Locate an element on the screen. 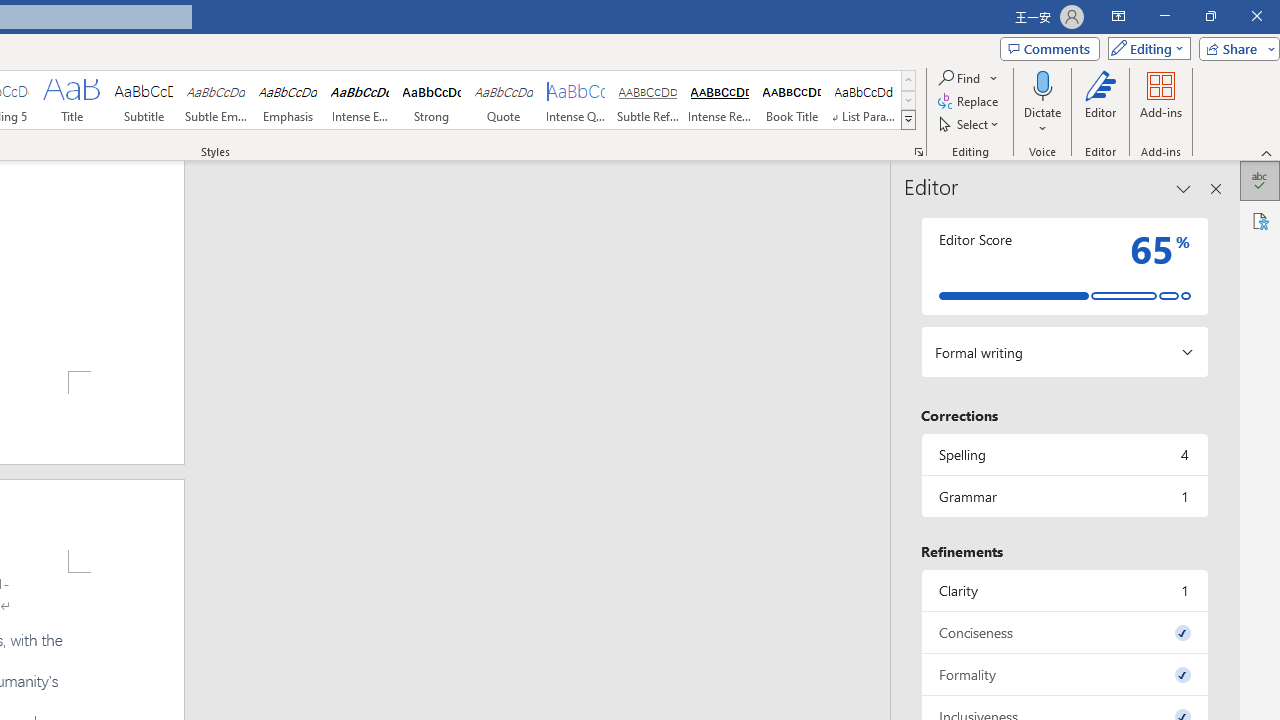 This screenshot has height=720, width=1280. 'Intense Reference' is located at coordinates (720, 100).